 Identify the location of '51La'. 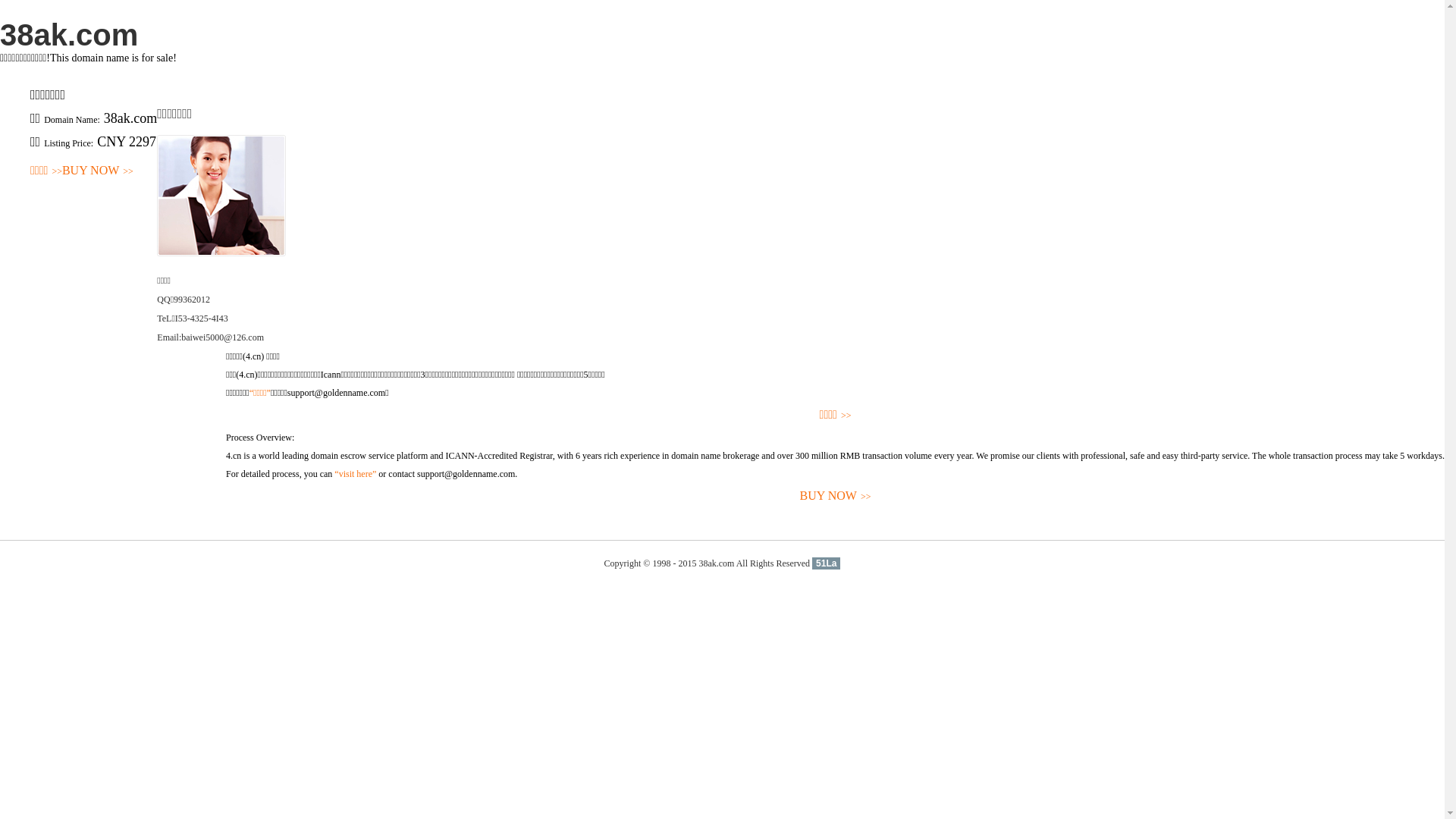
(811, 563).